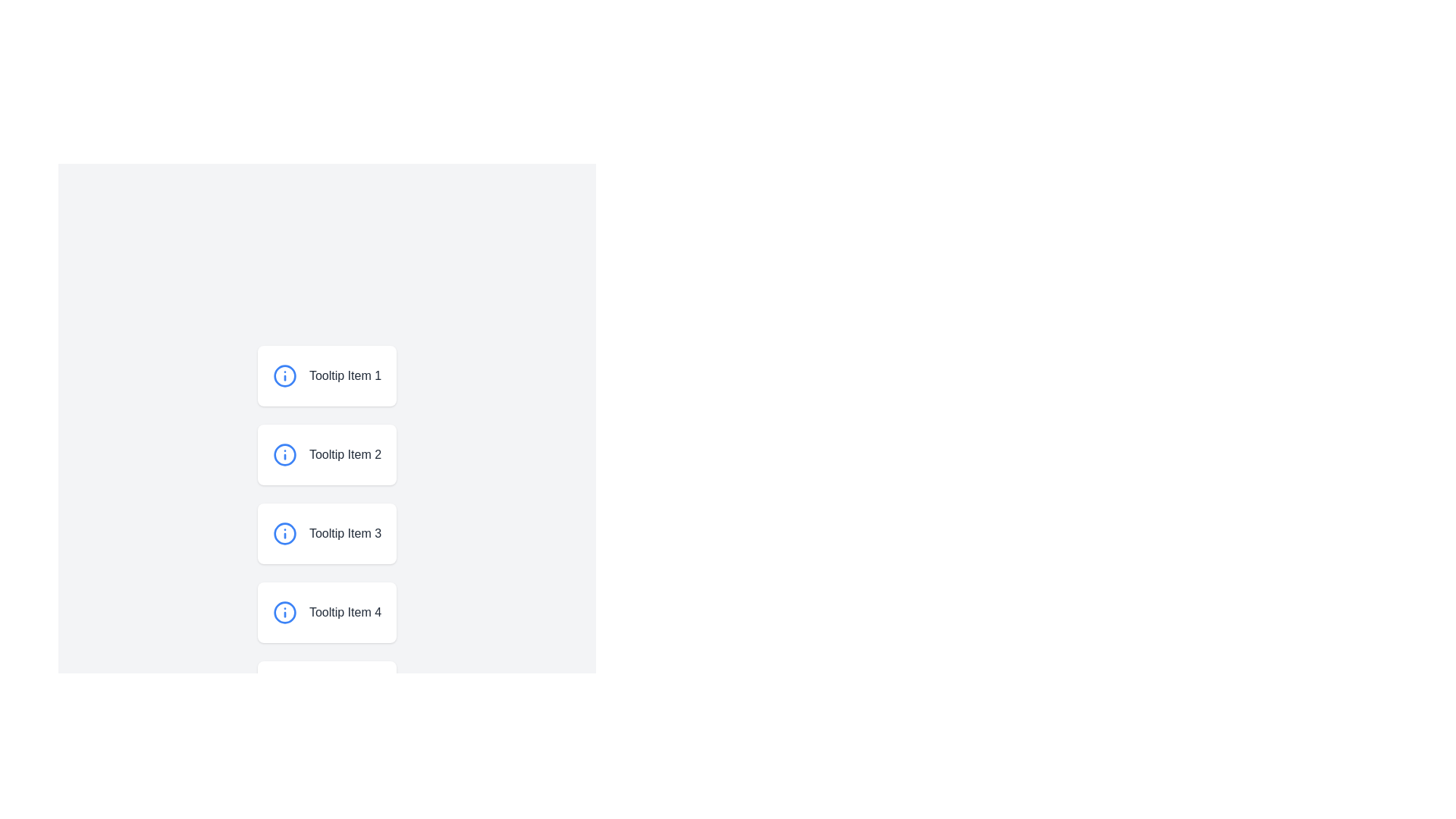 The height and width of the screenshot is (819, 1456). I want to click on the visual appearance of the circular outline of the information icon, which is part of the second row of tooltip items, so click(284, 375).